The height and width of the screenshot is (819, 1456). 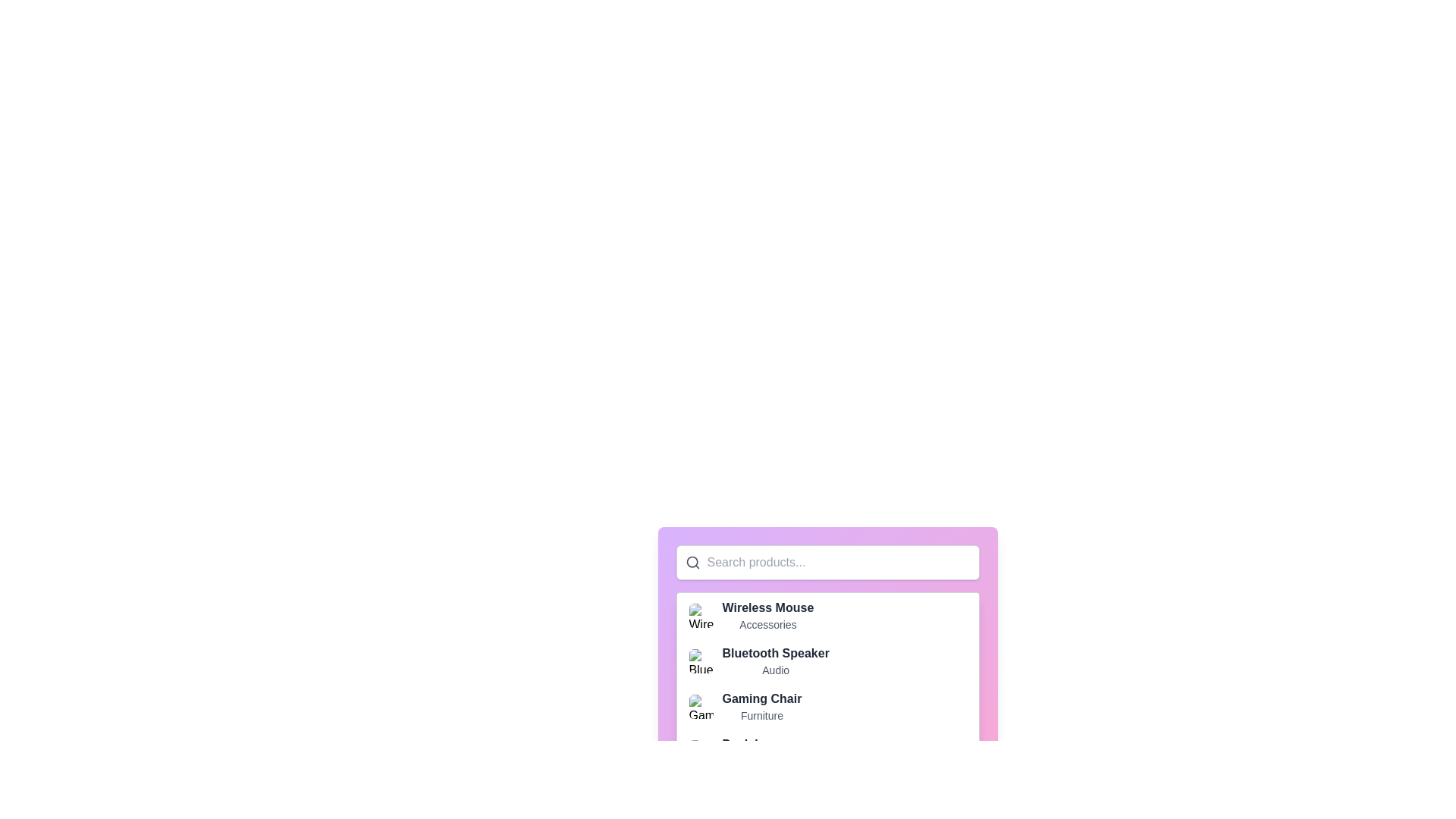 I want to click on the static text label displaying 'Wireless Mouse', which is styled in bold dark gray and located in the product list above the subtitle 'Accessories', so click(x=767, y=607).